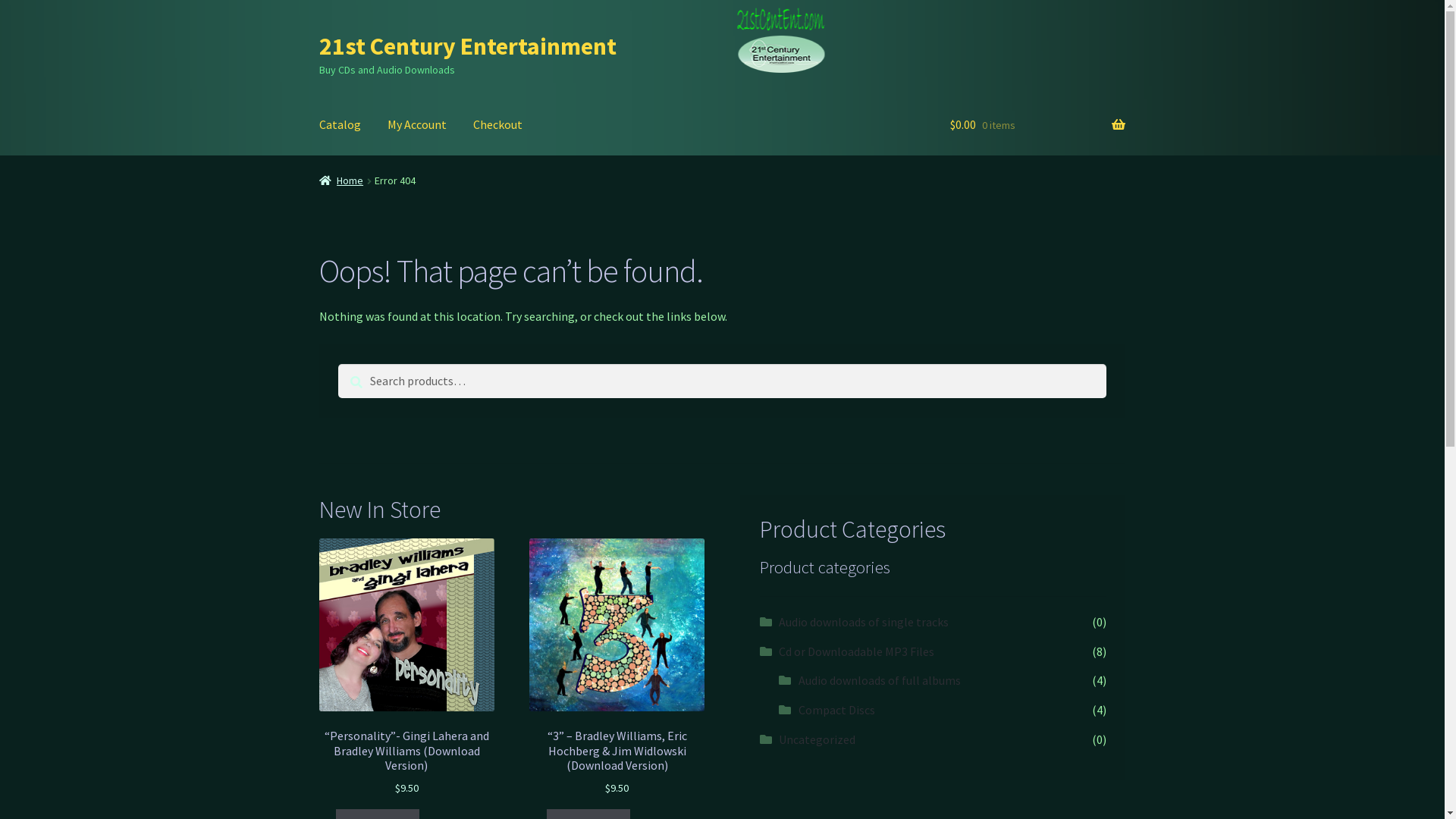 This screenshot has width=1456, height=819. Describe the element at coordinates (863, 622) in the screenshot. I see `'Audio downloads of single tracks'` at that location.